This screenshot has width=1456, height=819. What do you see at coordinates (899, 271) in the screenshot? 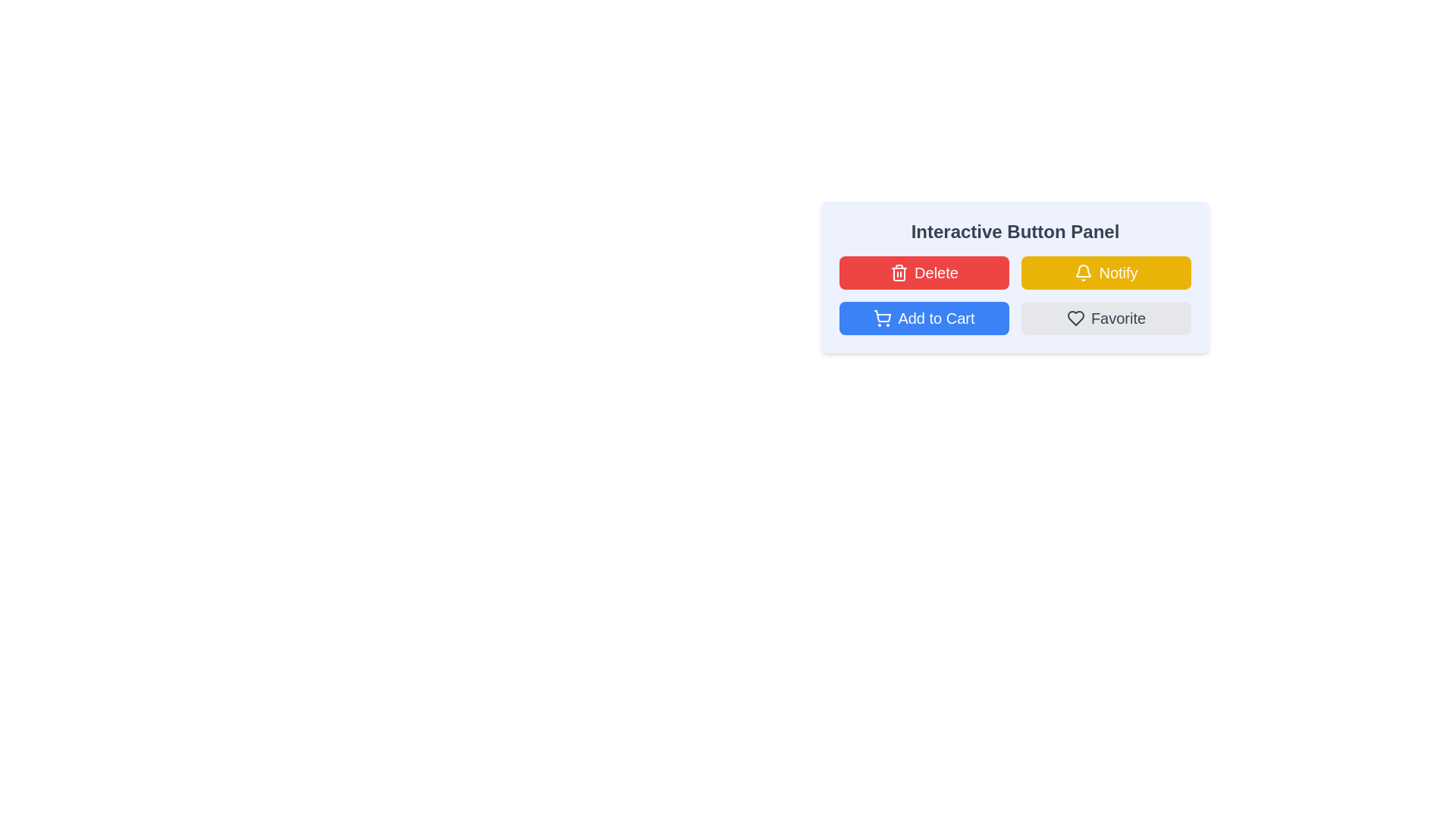
I see `the deletion icon located on the left side of the 'Delete' button within the 'Interactive Button Panel'` at bounding box center [899, 271].